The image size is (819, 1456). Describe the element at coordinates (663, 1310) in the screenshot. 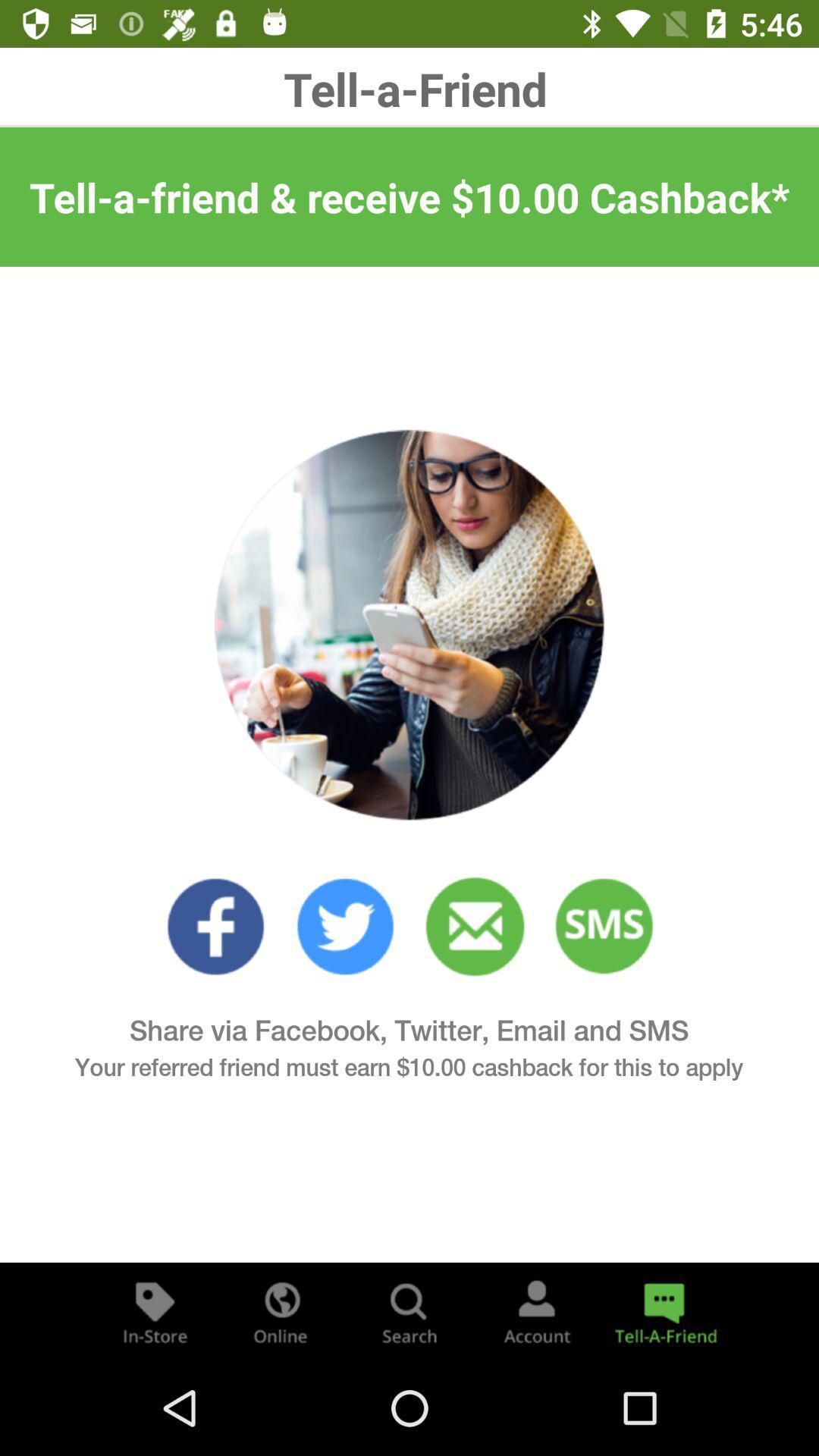

I see `share the app` at that location.